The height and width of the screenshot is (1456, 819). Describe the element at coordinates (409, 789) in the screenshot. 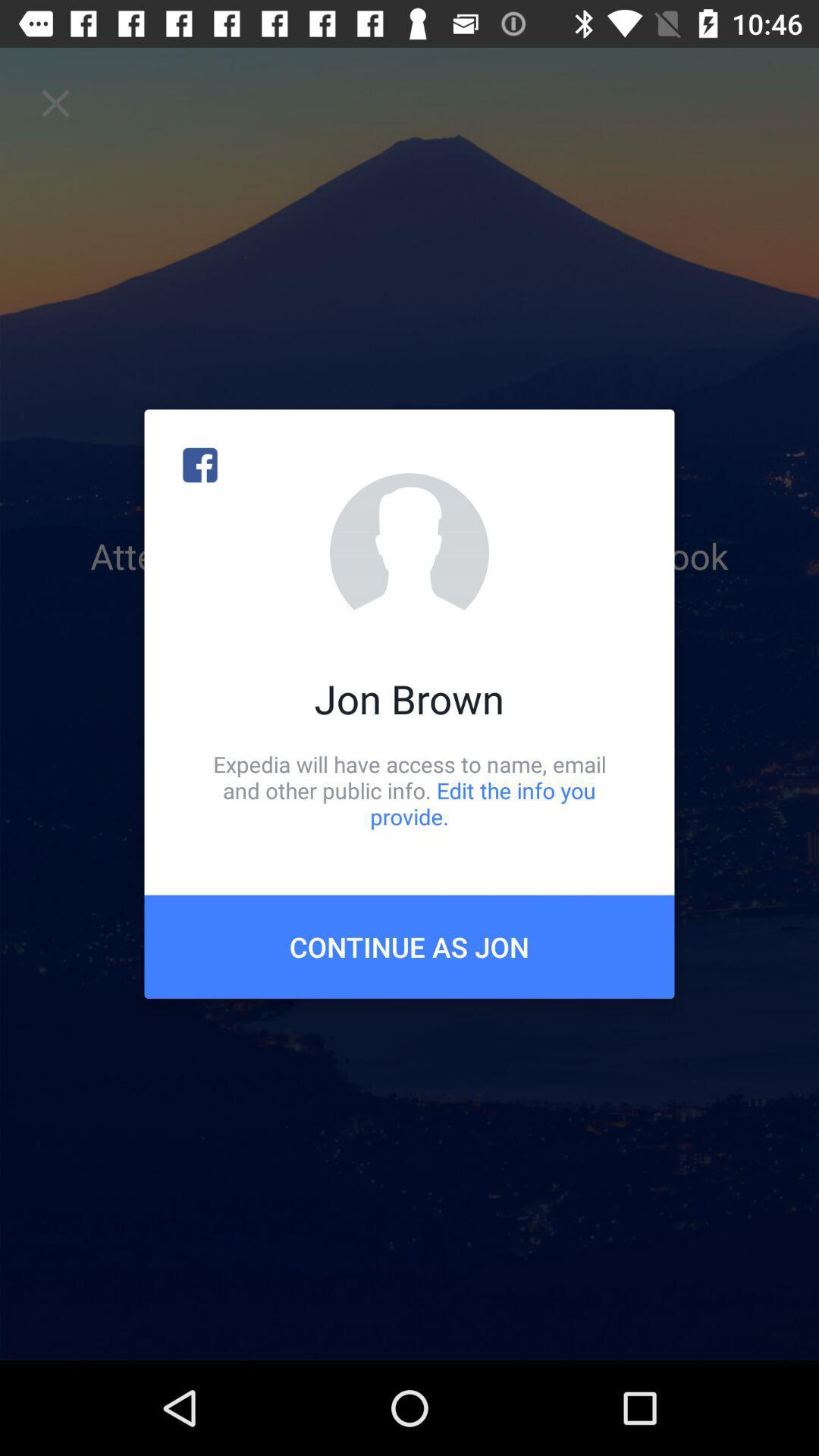

I see `expedia will have` at that location.